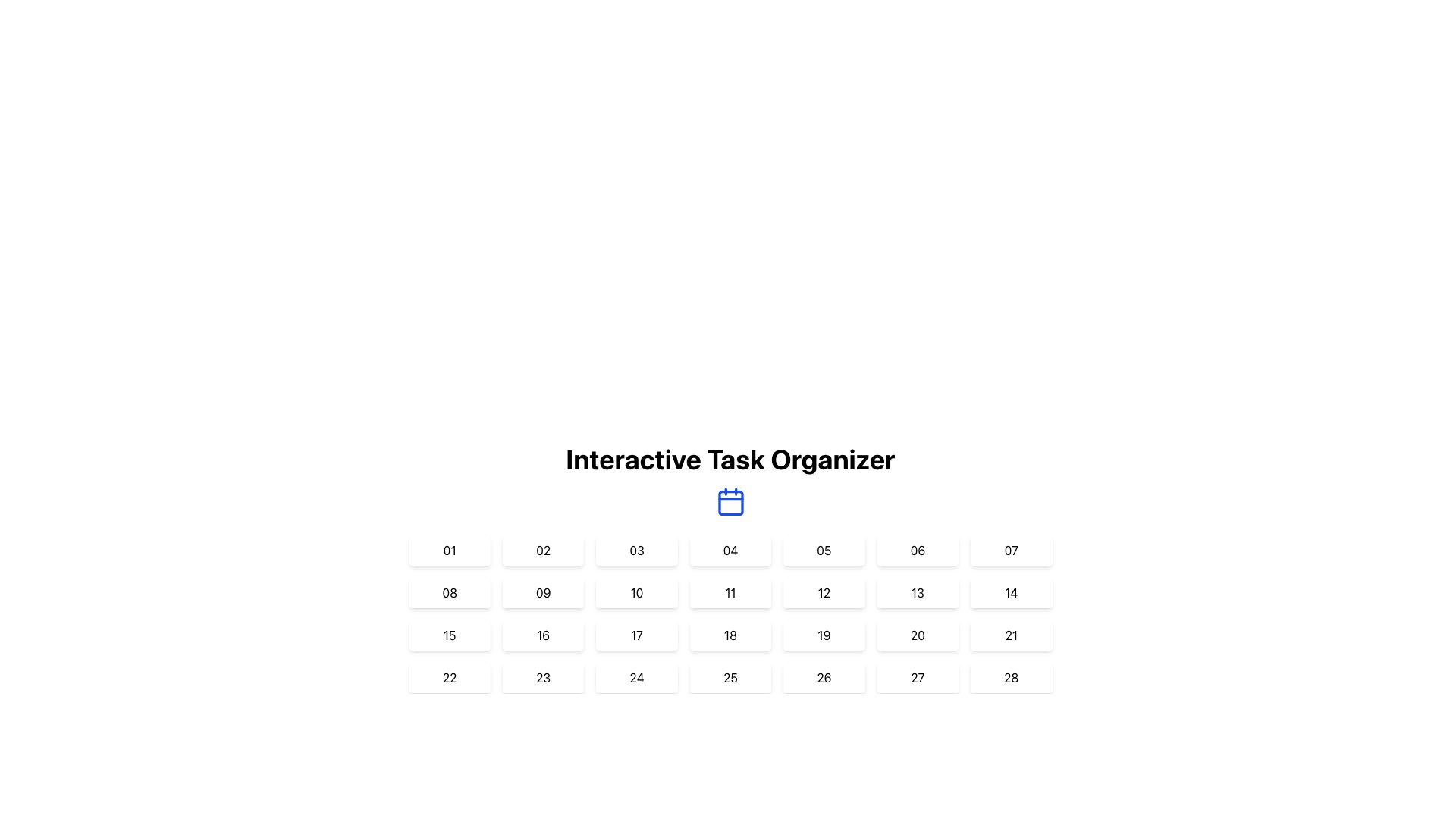 This screenshot has height=819, width=1456. Describe the element at coordinates (916, 550) in the screenshot. I see `the interactive button in the calendar interface located in the topmost row, sixth from the left` at that location.